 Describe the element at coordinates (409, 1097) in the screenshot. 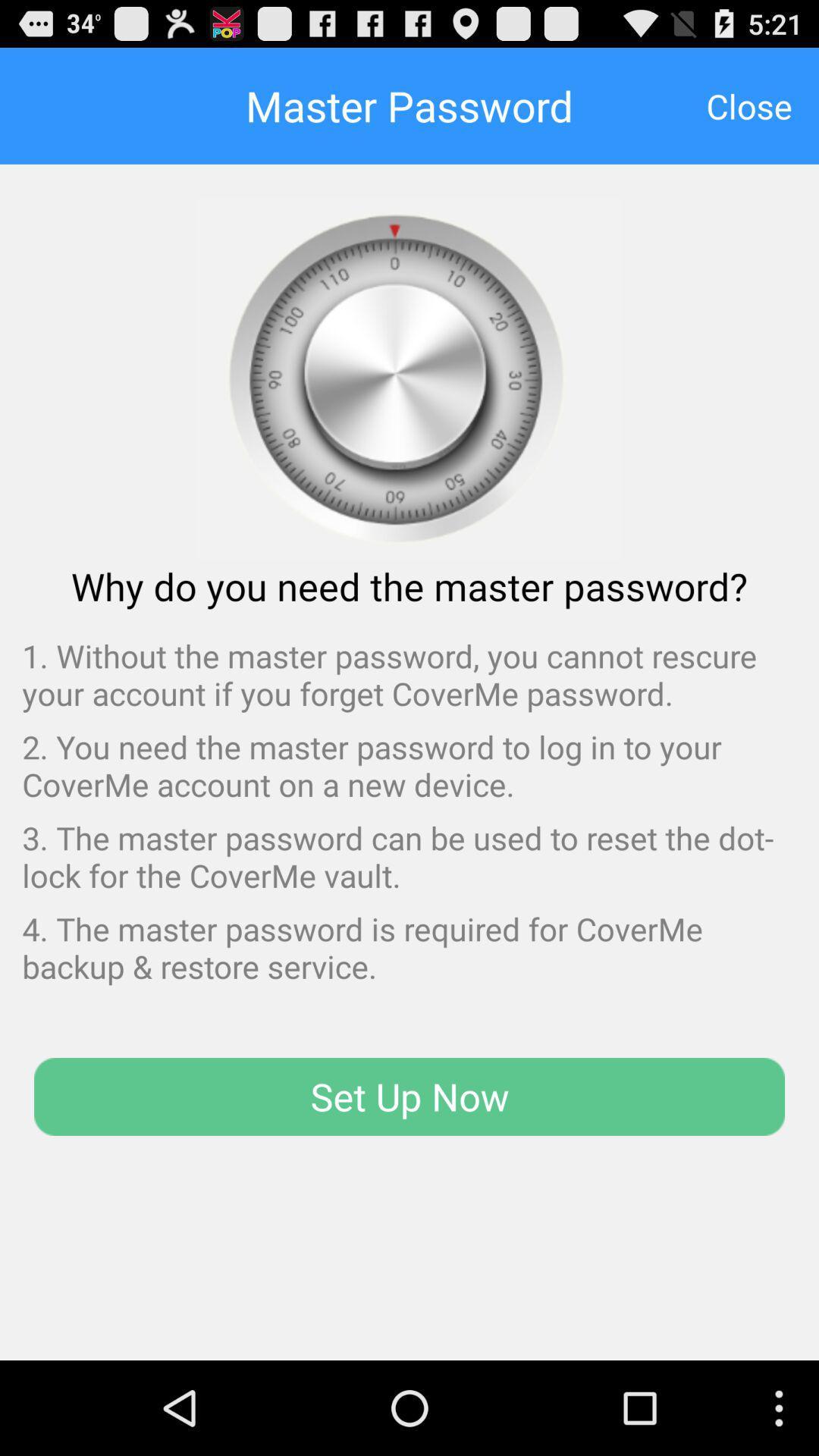

I see `the item below 4 the master` at that location.